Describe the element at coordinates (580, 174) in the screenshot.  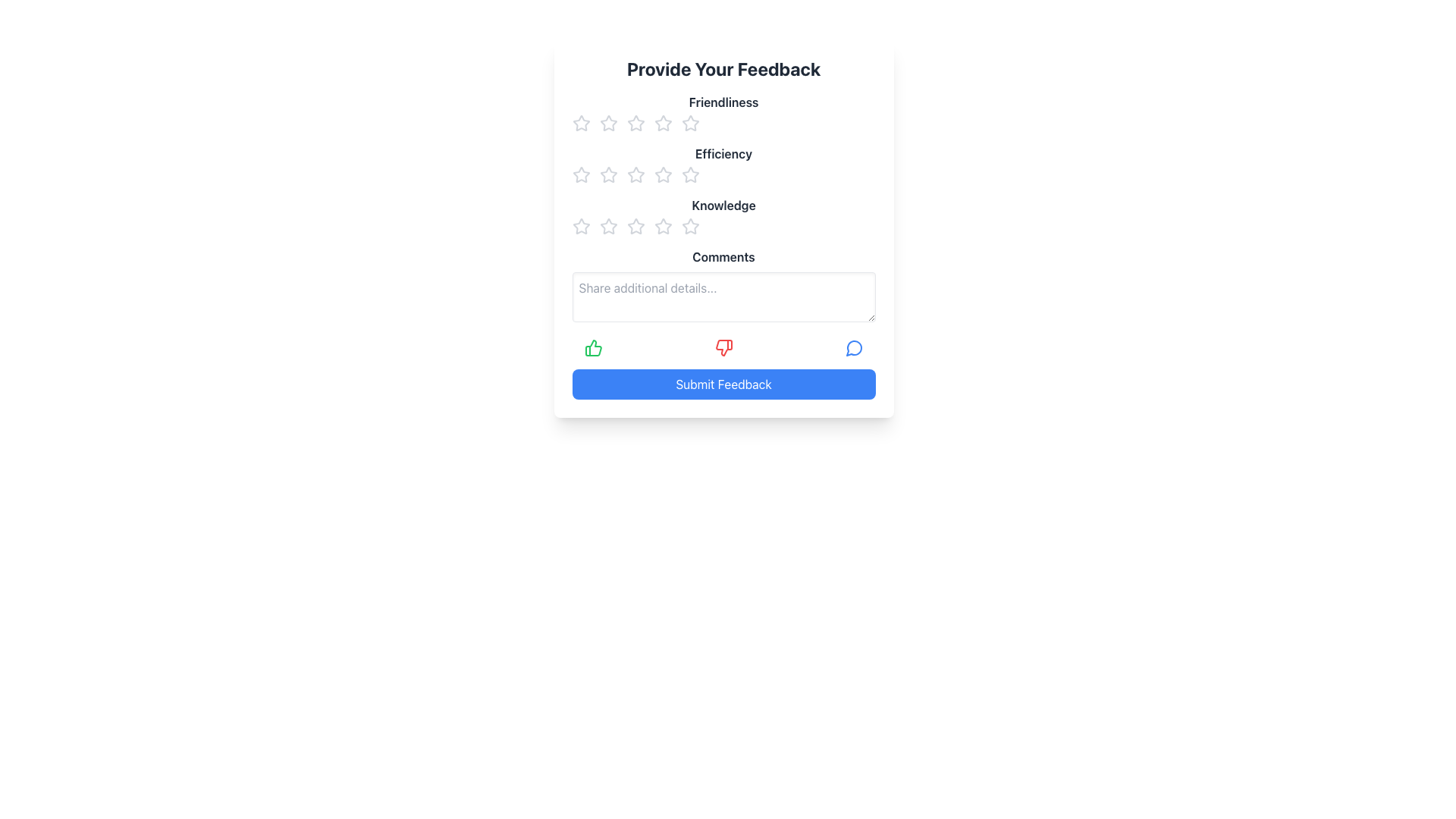
I see `the first gray star-shaped rating icon in the Efficiency section` at that location.